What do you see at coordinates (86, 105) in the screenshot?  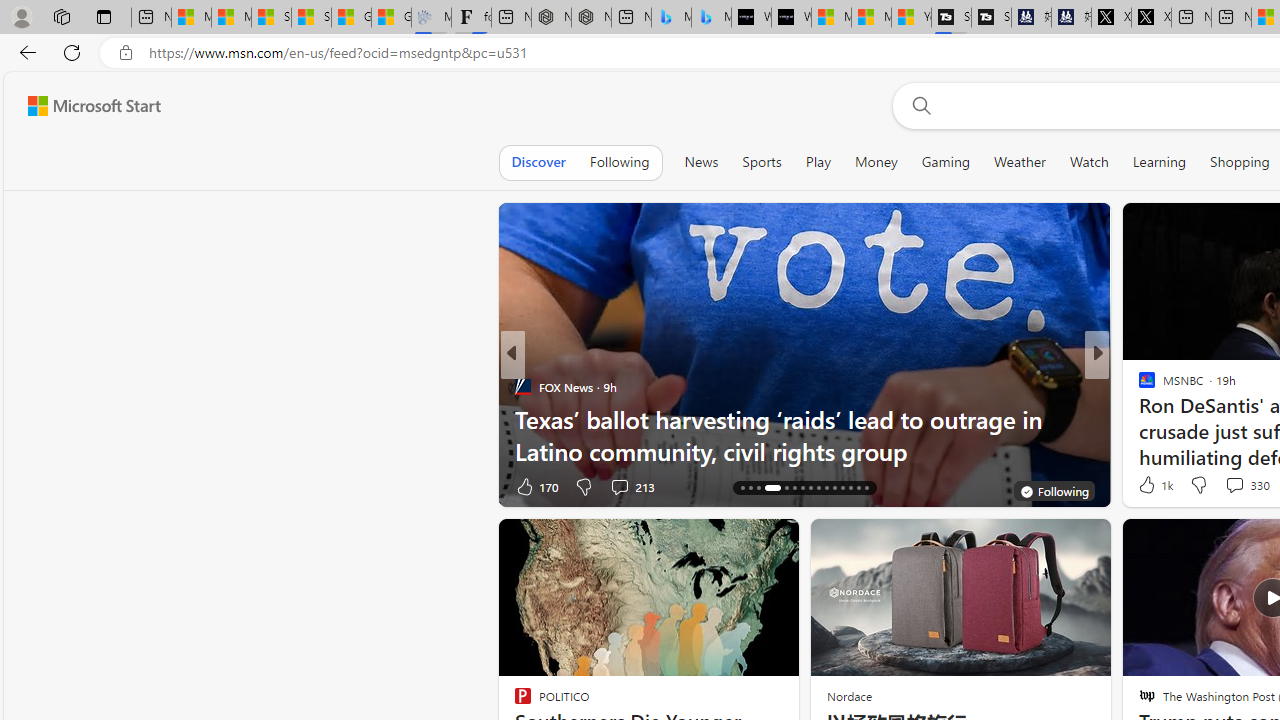 I see `'Skip to content'` at bounding box center [86, 105].